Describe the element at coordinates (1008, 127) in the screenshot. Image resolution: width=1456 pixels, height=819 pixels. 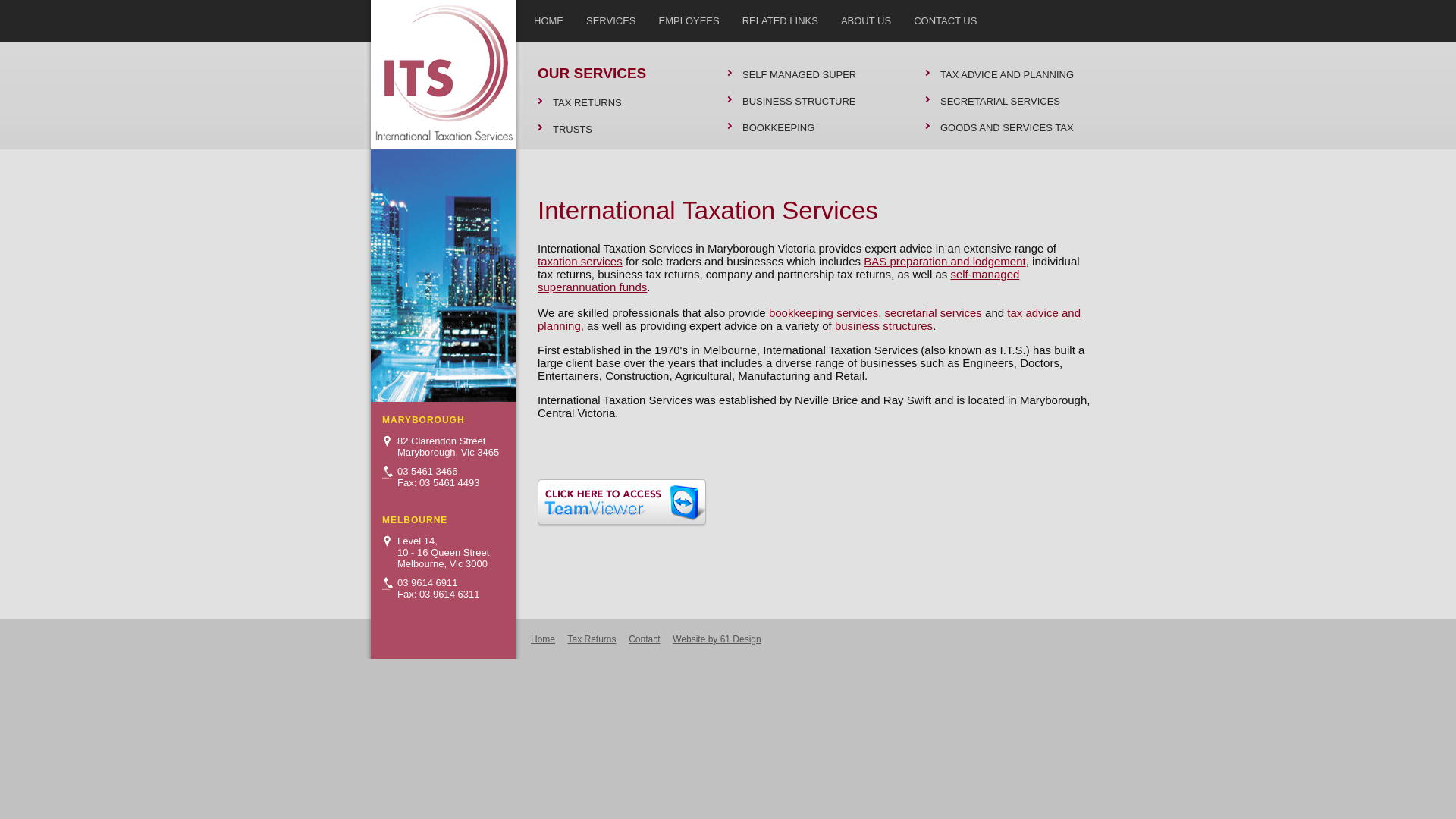
I see `'GOODS AND SERVICES TAX'` at that location.